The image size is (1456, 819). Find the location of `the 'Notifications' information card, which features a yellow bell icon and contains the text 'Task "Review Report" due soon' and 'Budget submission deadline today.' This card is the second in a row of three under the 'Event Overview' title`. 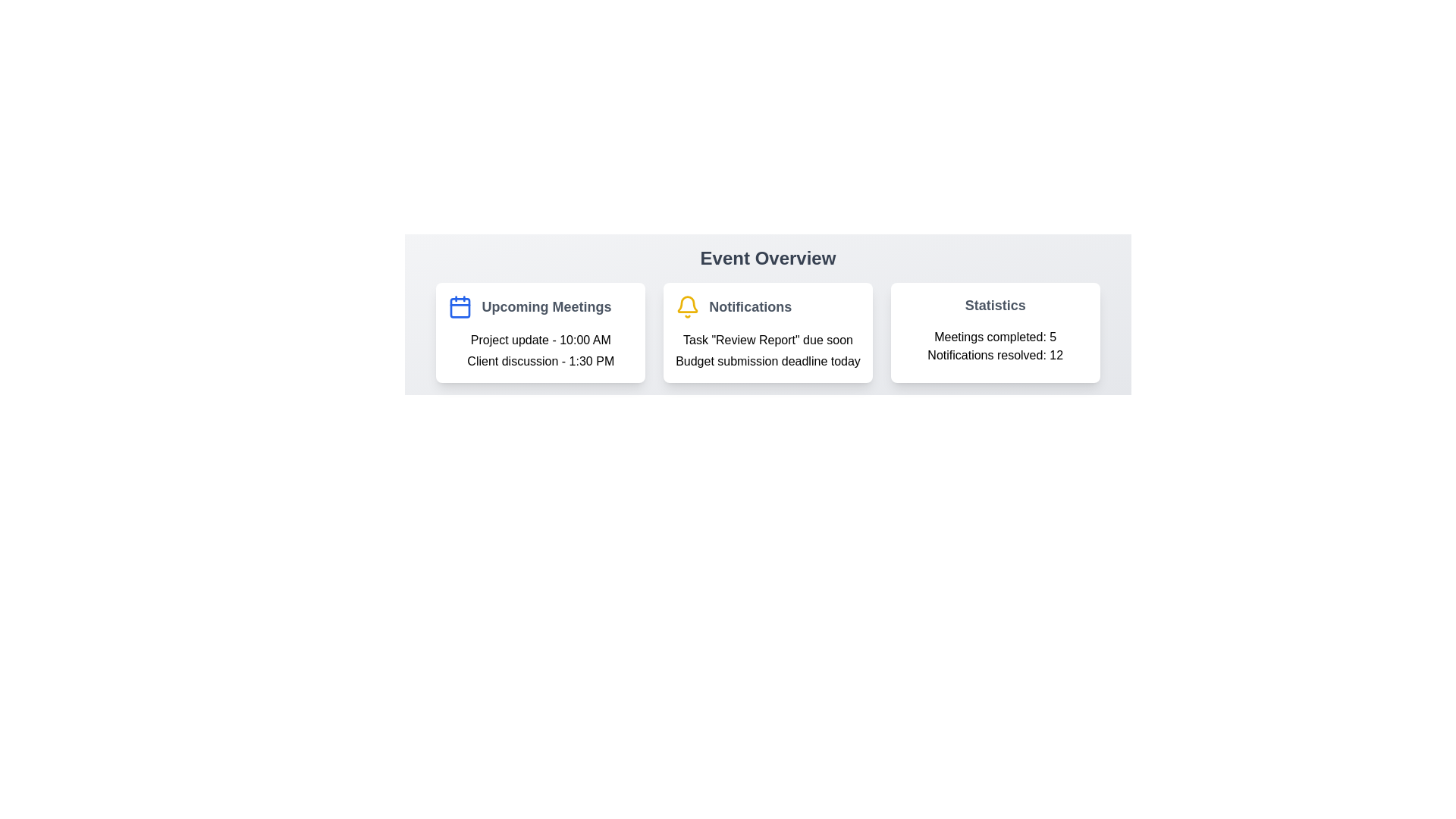

the 'Notifications' information card, which features a yellow bell icon and contains the text 'Task "Review Report" due soon' and 'Budget submission deadline today.' This card is the second in a row of three under the 'Event Overview' title is located at coordinates (767, 314).